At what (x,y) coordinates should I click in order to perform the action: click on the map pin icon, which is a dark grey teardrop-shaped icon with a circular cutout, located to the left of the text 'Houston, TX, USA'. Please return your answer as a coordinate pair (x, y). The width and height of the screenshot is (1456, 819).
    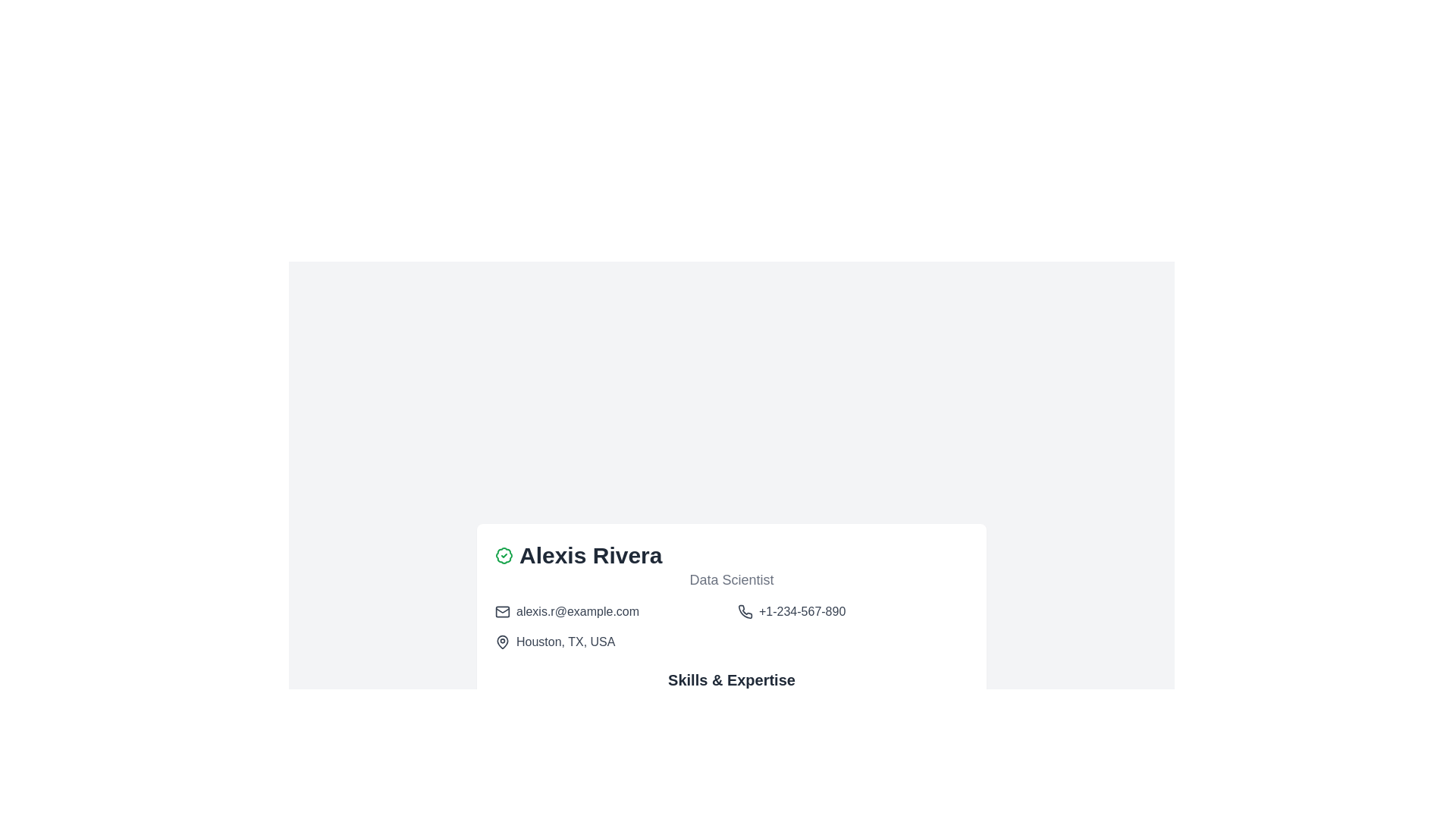
    Looking at the image, I should click on (502, 642).